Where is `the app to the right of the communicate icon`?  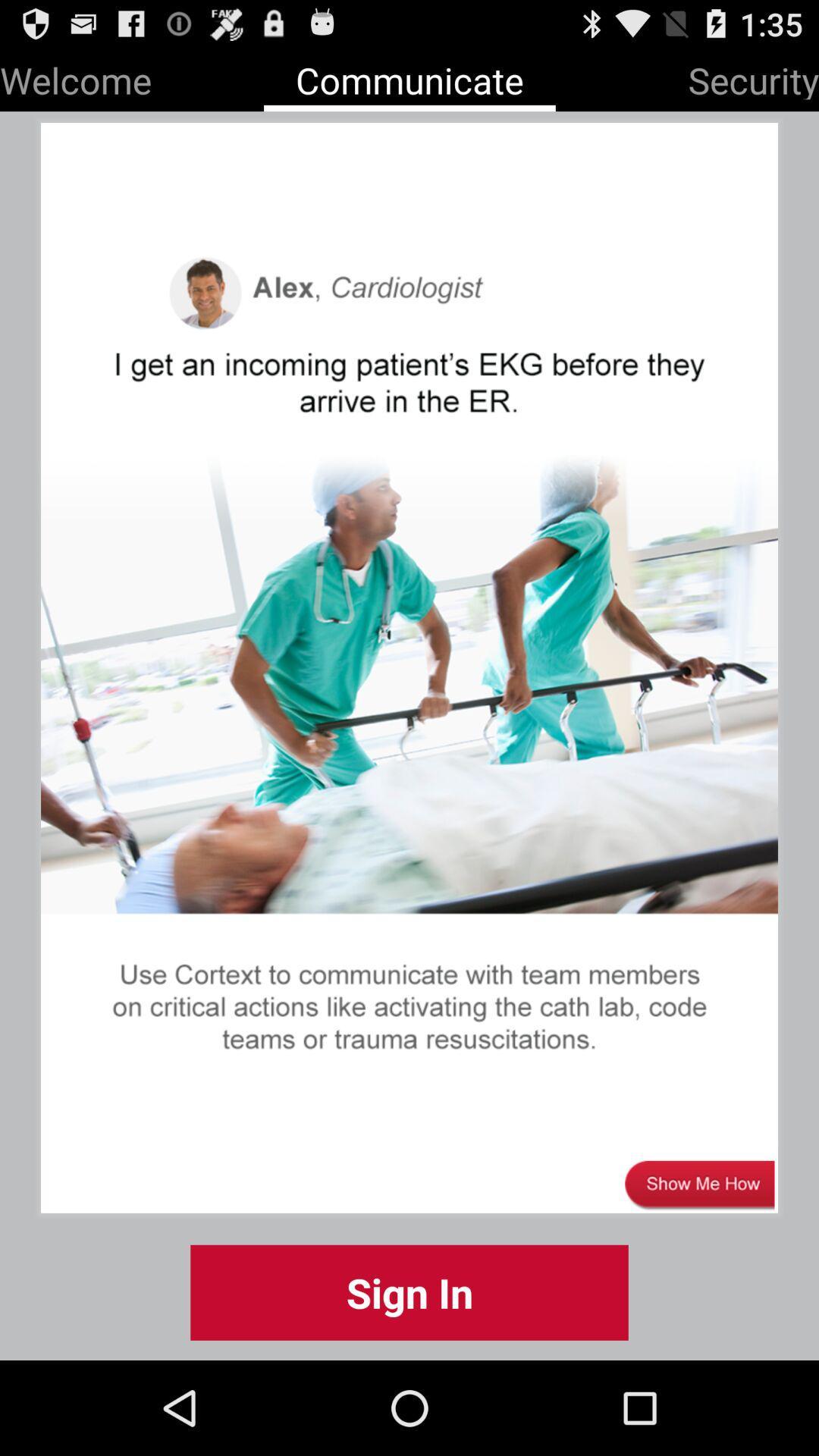 the app to the right of the communicate icon is located at coordinates (753, 77).